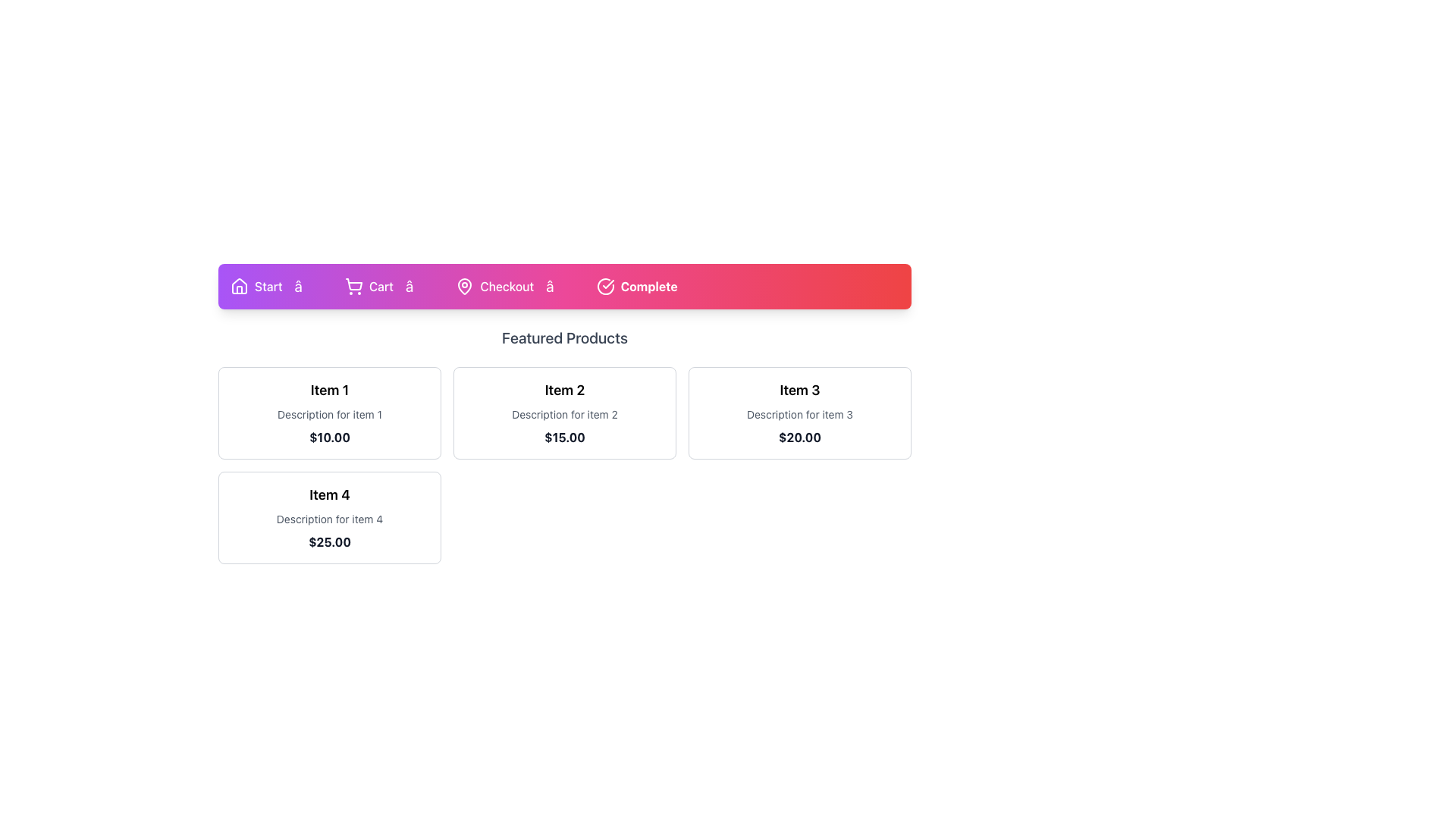 This screenshot has width=1456, height=819. I want to click on the Process Indicator, which is a rectangular component with a gradient background and labeled steps ('Start', 'Cart', 'Checkout', 'Complete'), so click(563, 287).